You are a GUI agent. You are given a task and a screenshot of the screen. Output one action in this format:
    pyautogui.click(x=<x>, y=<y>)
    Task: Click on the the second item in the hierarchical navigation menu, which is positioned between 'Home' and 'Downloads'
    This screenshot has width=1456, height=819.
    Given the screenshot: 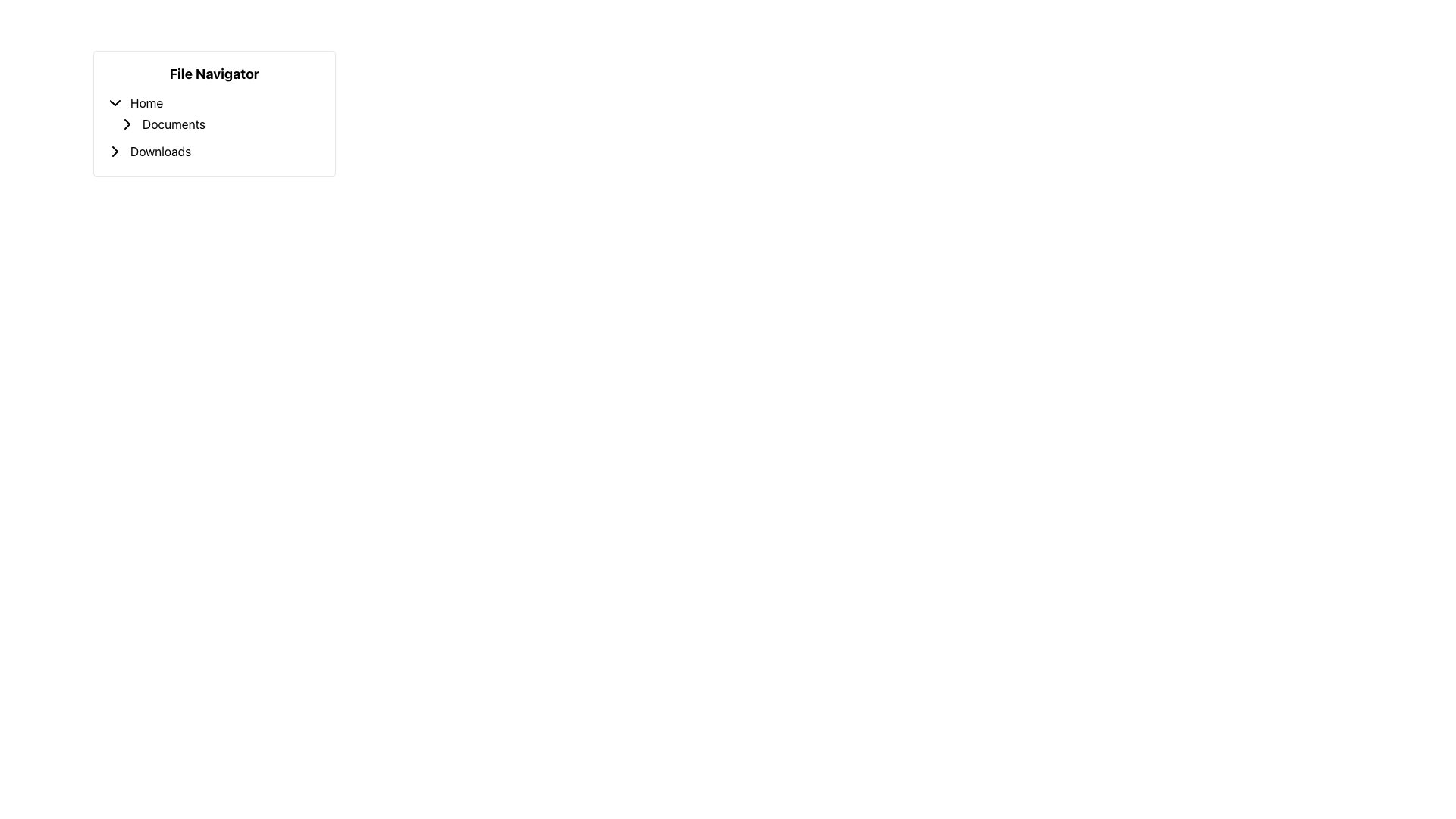 What is the action you would take?
    pyautogui.click(x=214, y=114)
    